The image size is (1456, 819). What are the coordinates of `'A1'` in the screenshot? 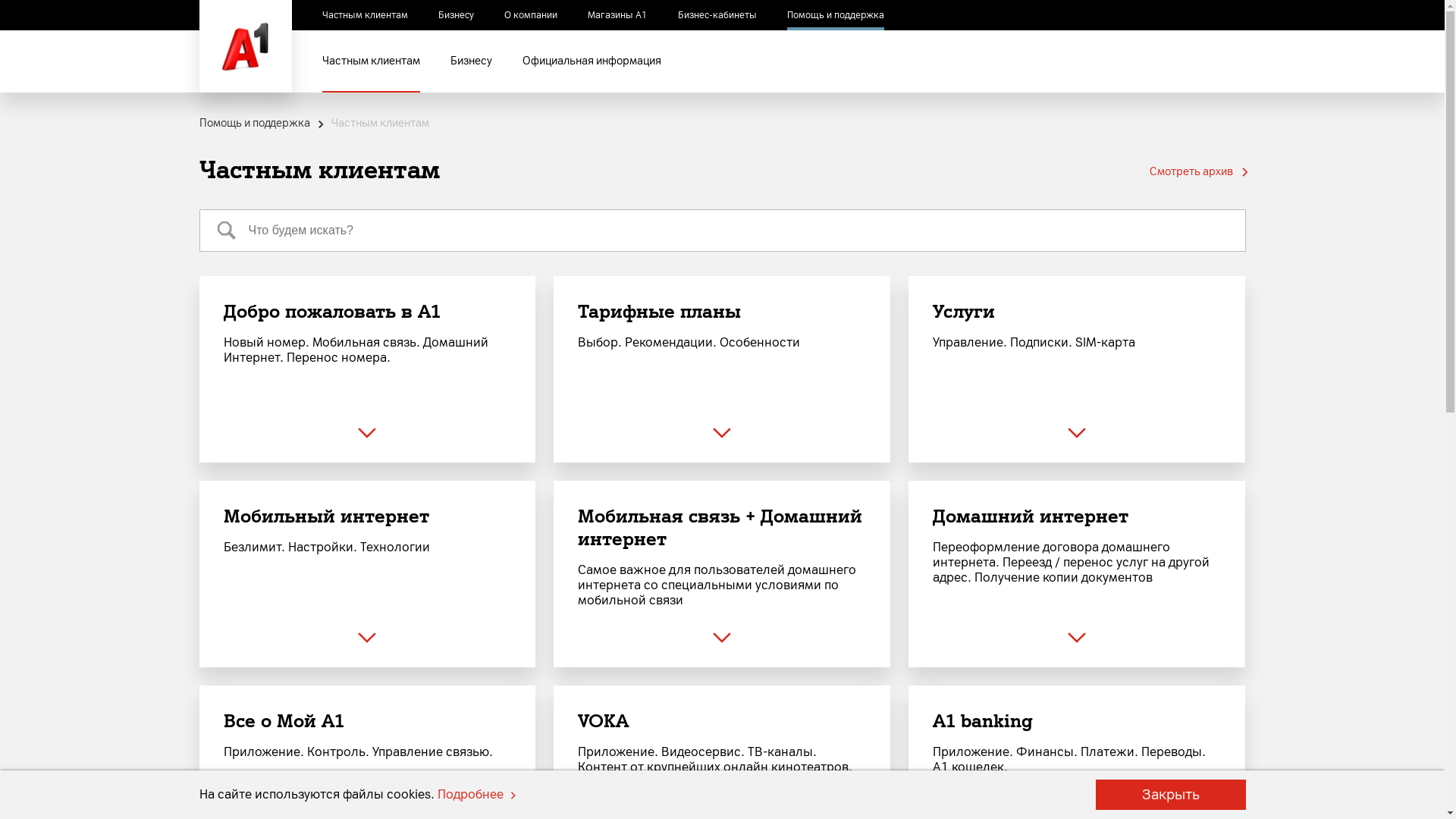 It's located at (244, 45).